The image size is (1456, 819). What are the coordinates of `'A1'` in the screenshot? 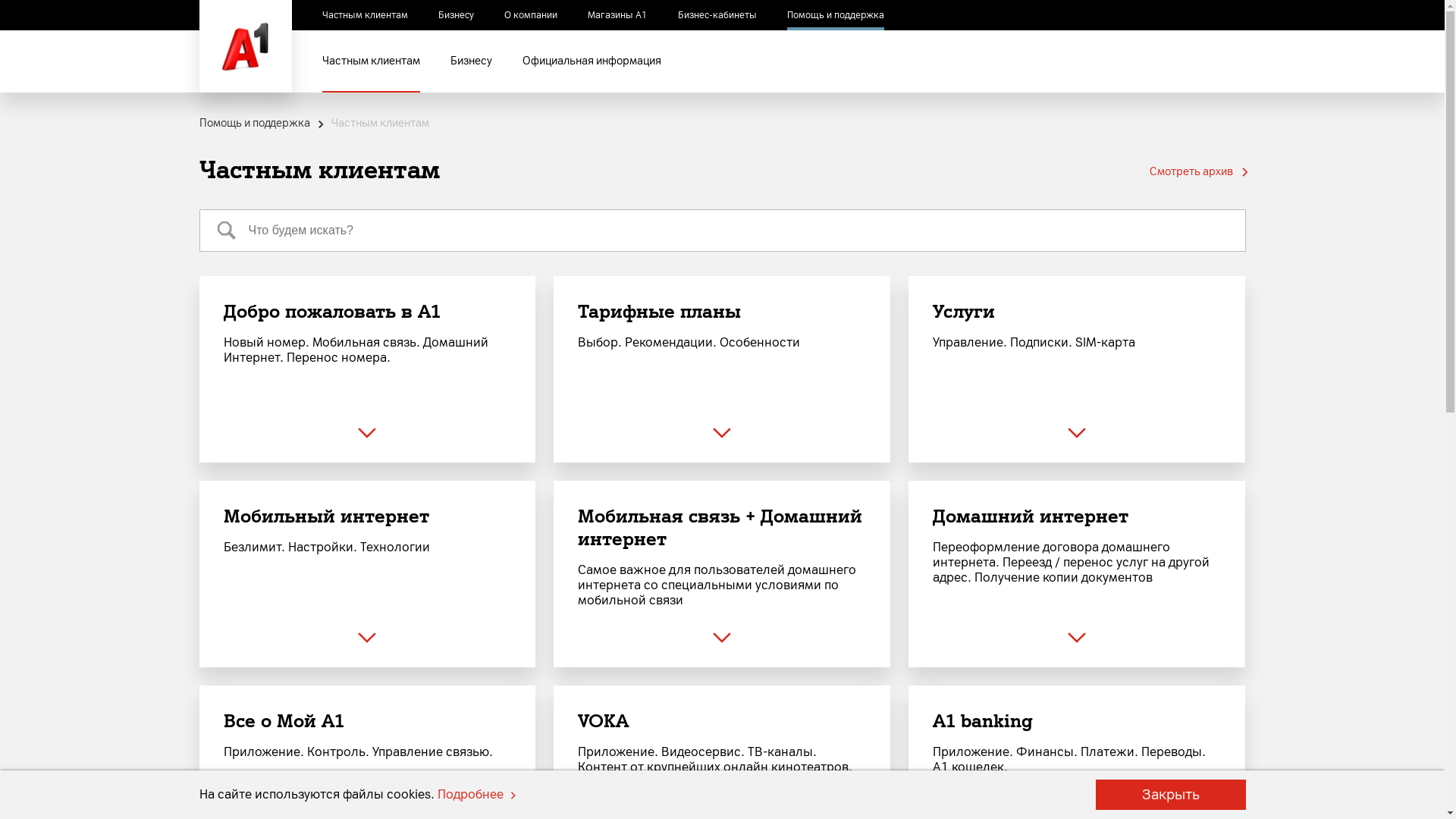 It's located at (244, 45).